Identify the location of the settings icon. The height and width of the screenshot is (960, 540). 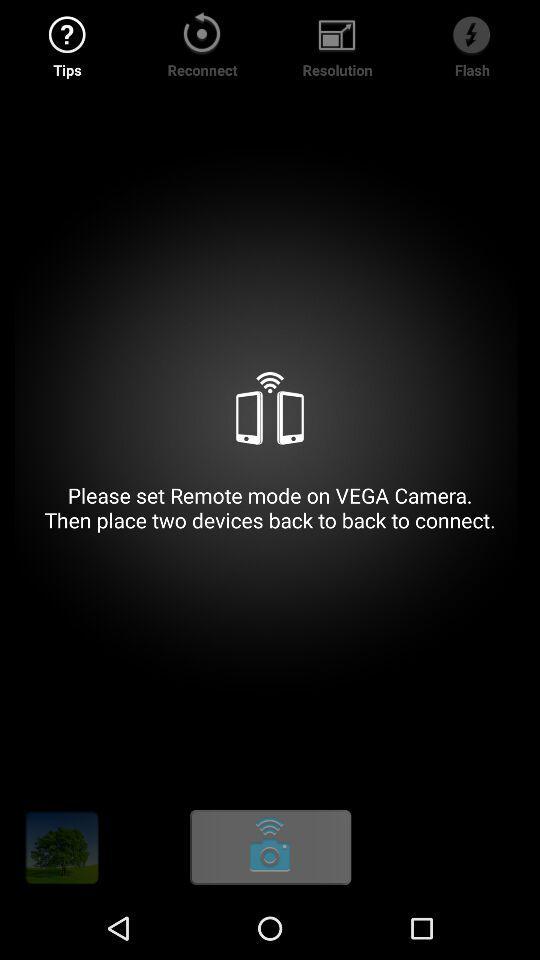
(61, 907).